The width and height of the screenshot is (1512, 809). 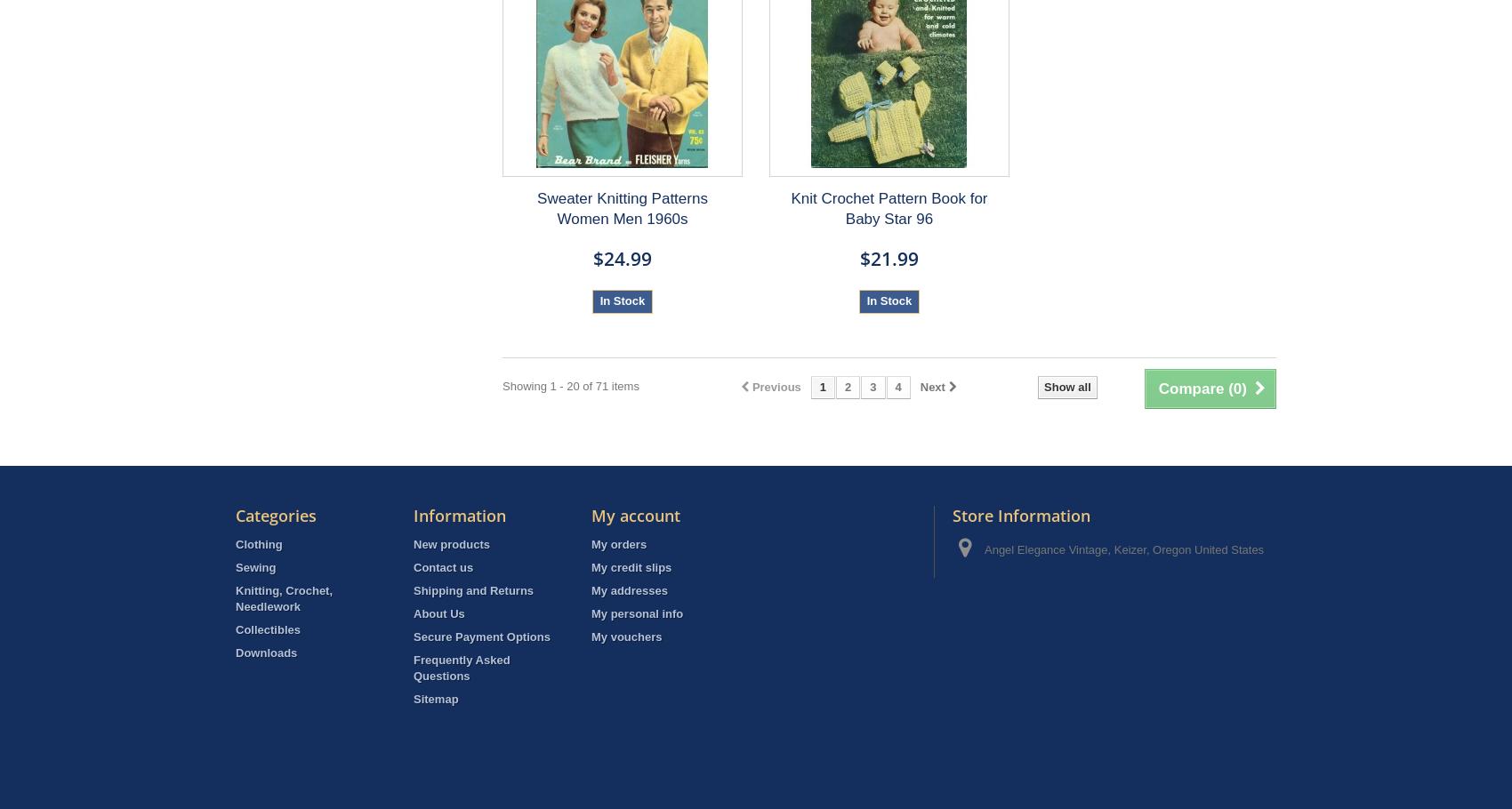 What do you see at coordinates (984, 549) in the screenshot?
I see `'Angel Elegance Vintage, Keizer, Oregon United States'` at bounding box center [984, 549].